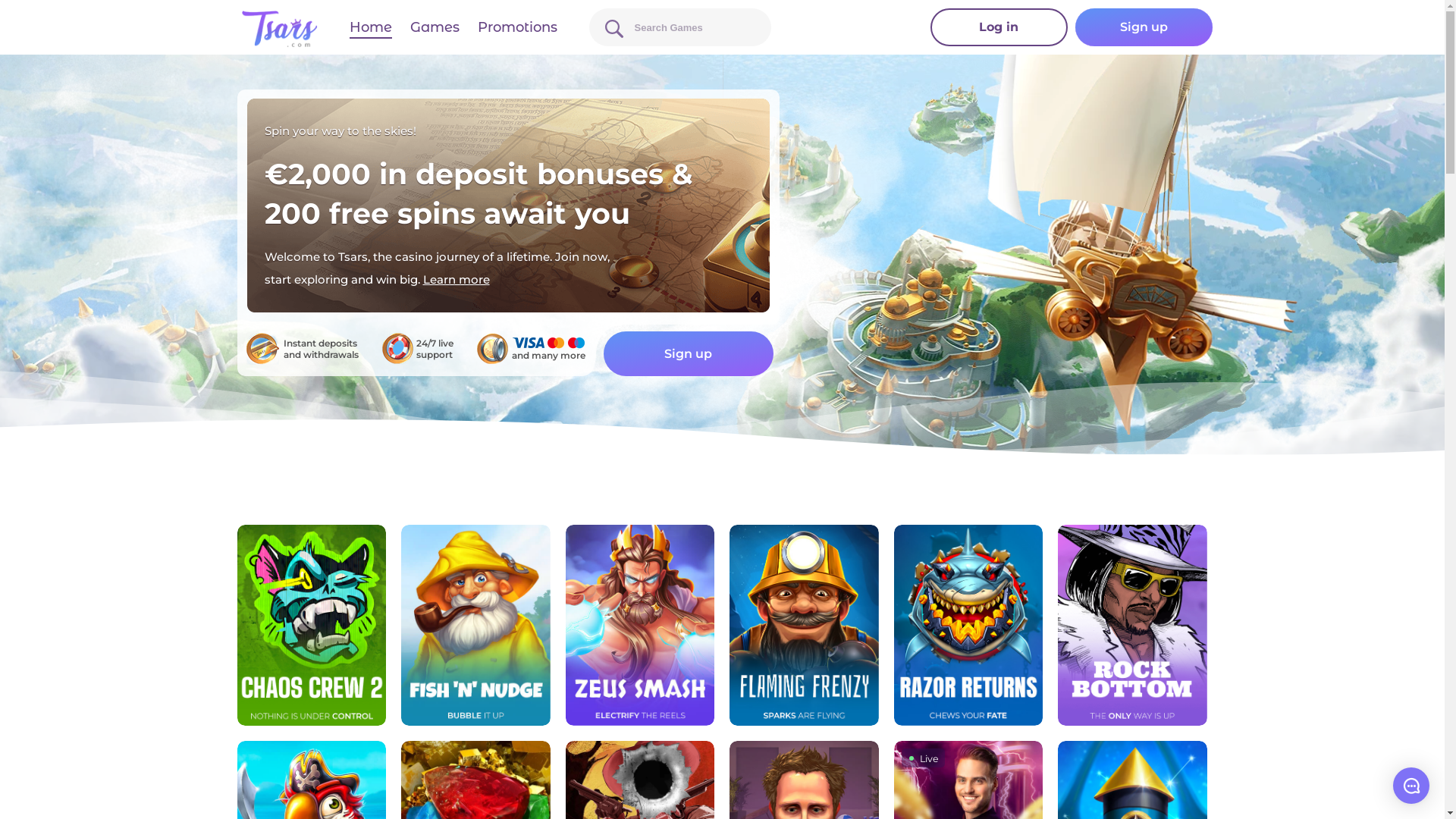 The height and width of the screenshot is (819, 1456). I want to click on 'Home', so click(370, 27).